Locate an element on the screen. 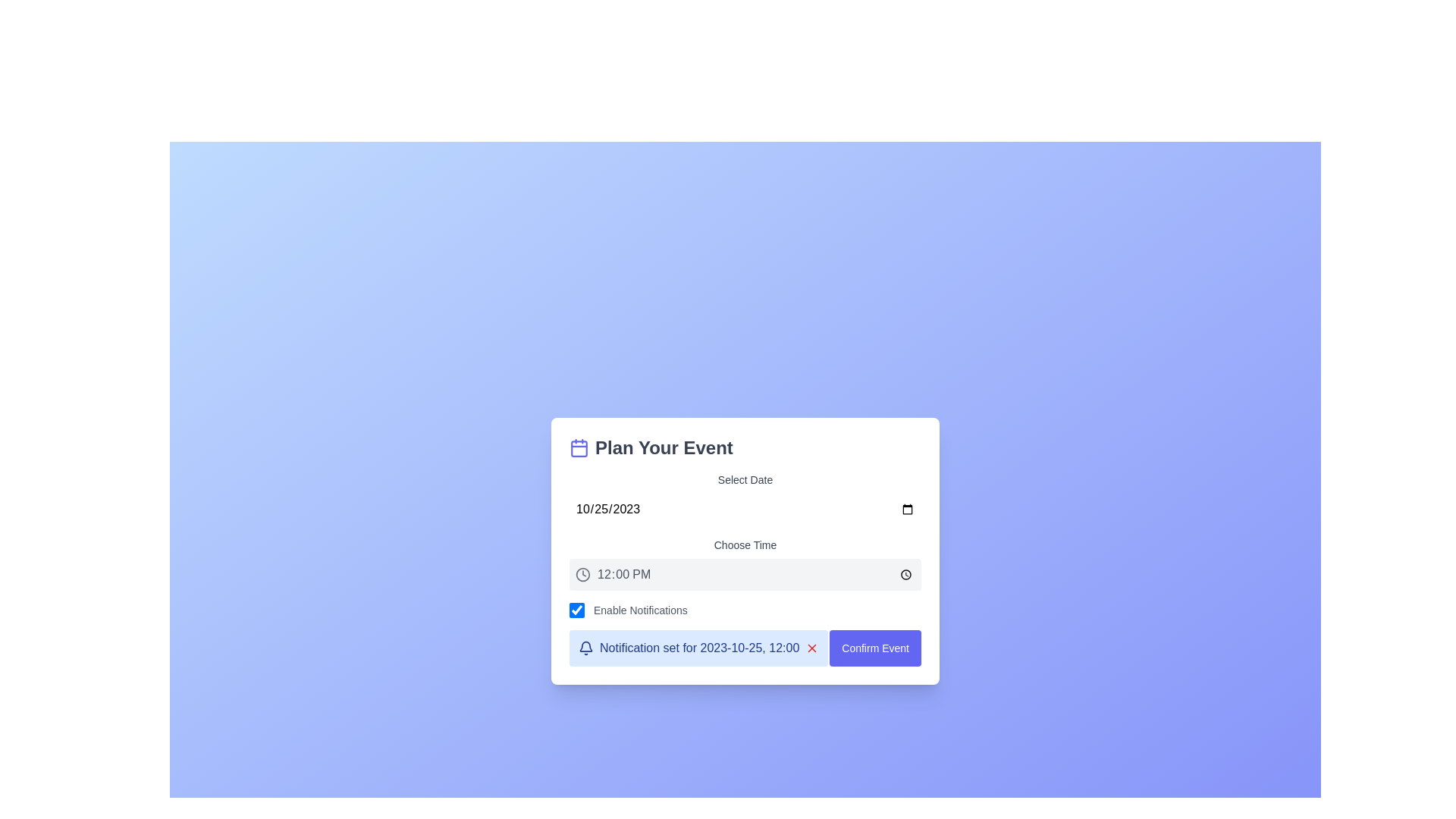 The image size is (1456, 819). the Text Label that provides guidance for the associated time-selection input field located within a popup form, directly above the input field is located at coordinates (745, 544).